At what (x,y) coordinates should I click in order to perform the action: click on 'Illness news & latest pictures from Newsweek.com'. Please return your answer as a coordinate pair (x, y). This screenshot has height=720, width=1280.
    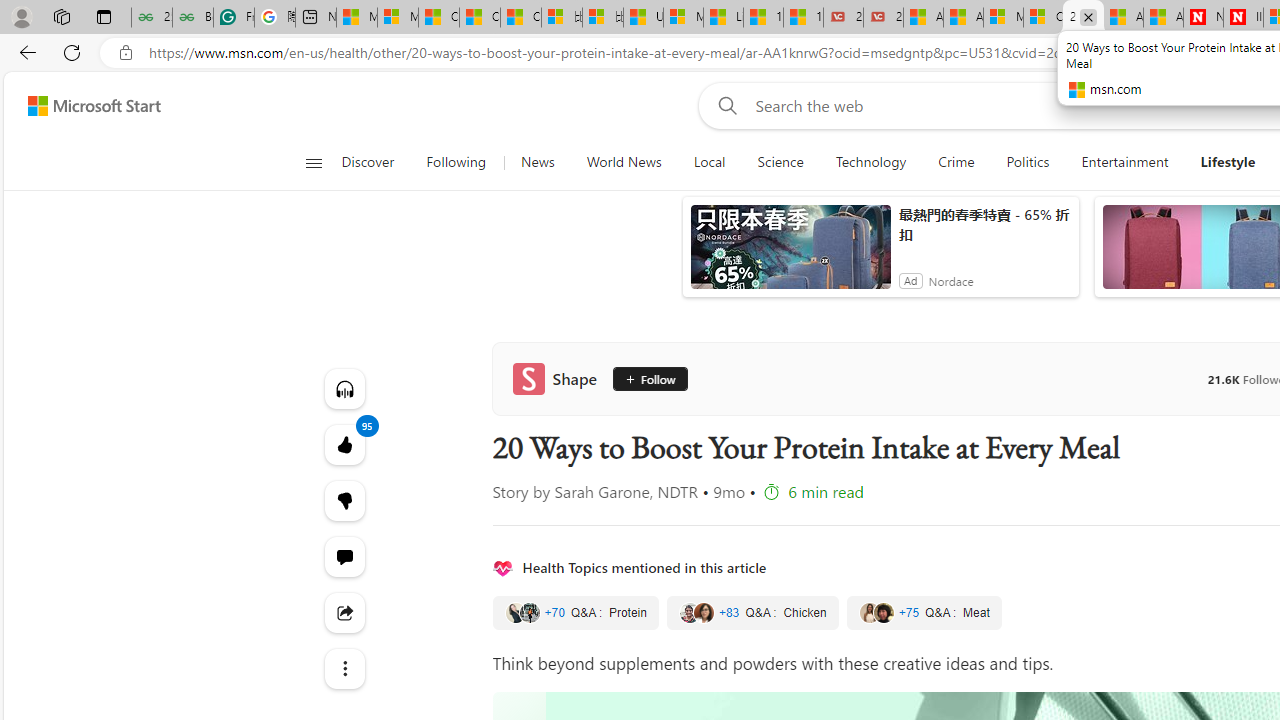
    Looking at the image, I should click on (1242, 17).